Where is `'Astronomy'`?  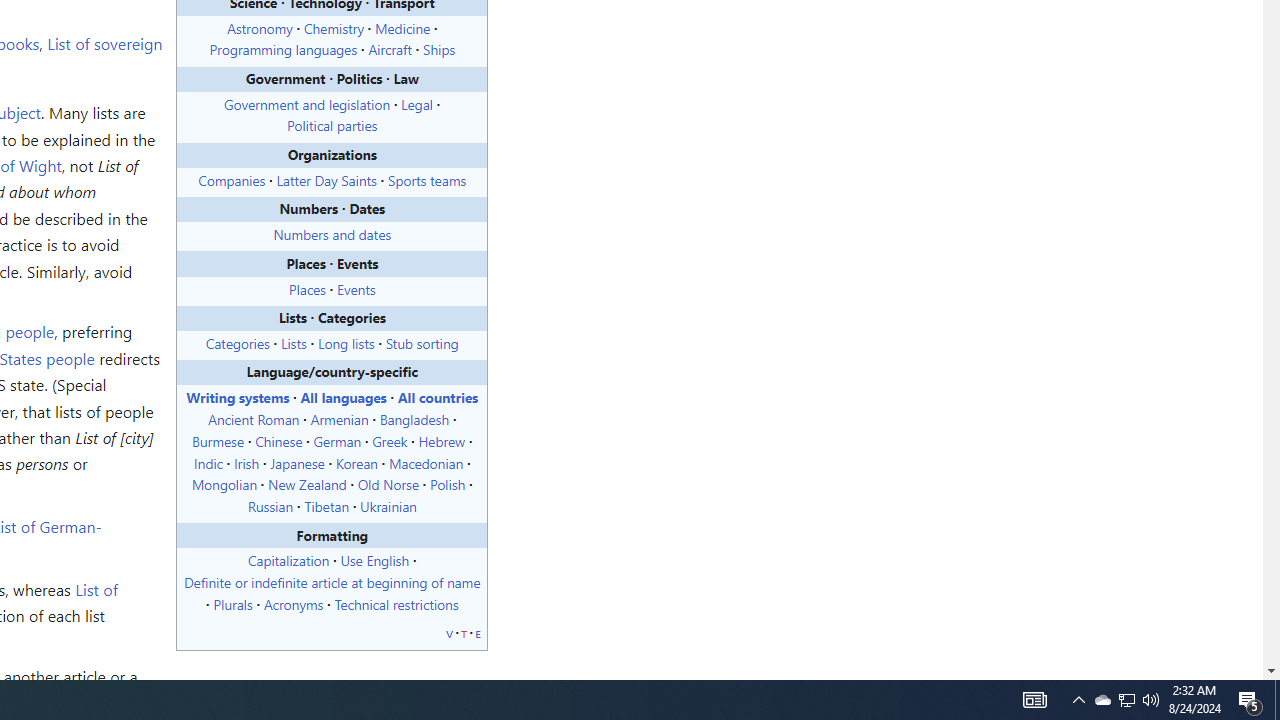 'Astronomy' is located at coordinates (258, 27).